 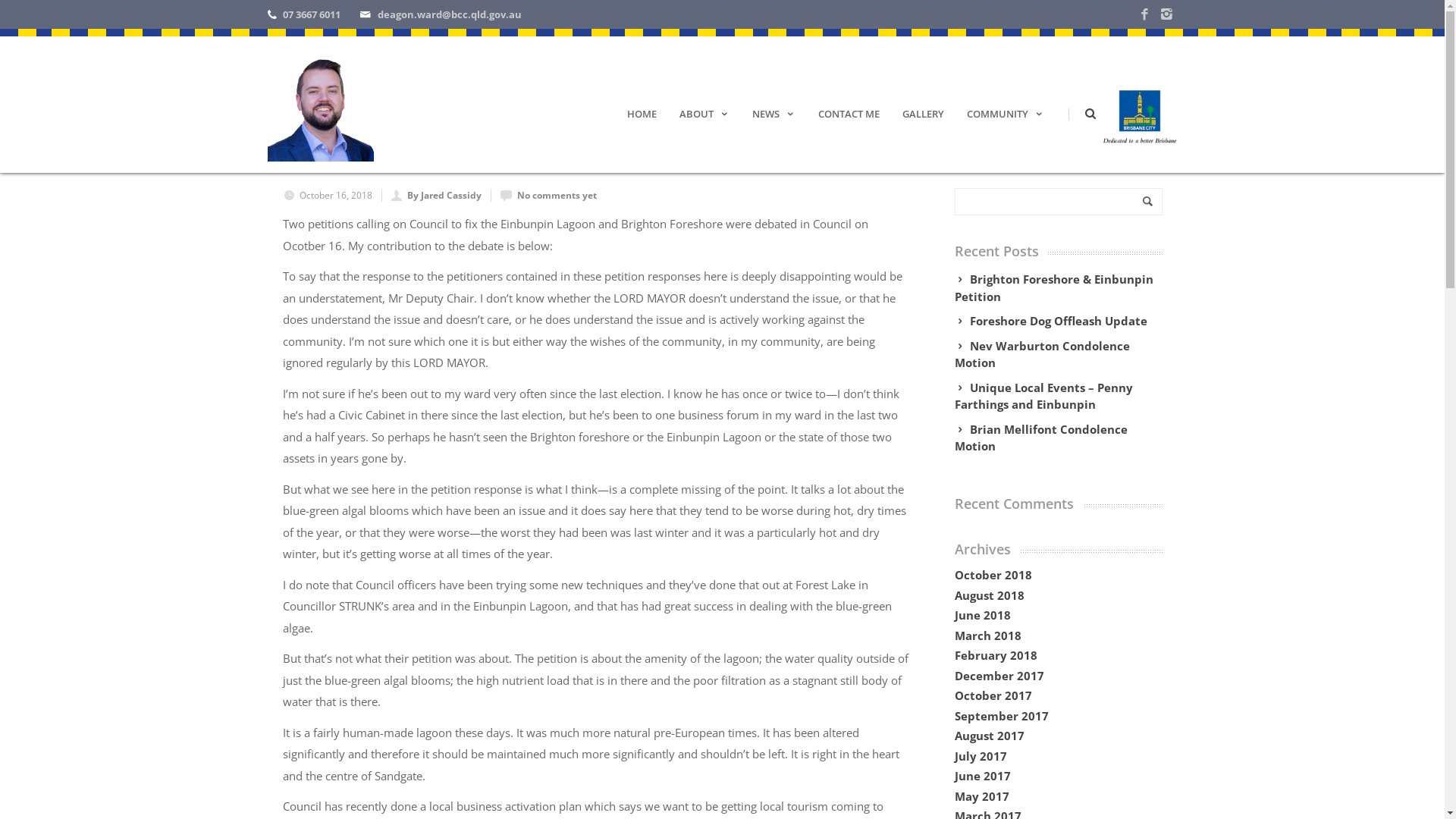 What do you see at coordinates (1005, 111) in the screenshot?
I see `'COMMUNITY'` at bounding box center [1005, 111].